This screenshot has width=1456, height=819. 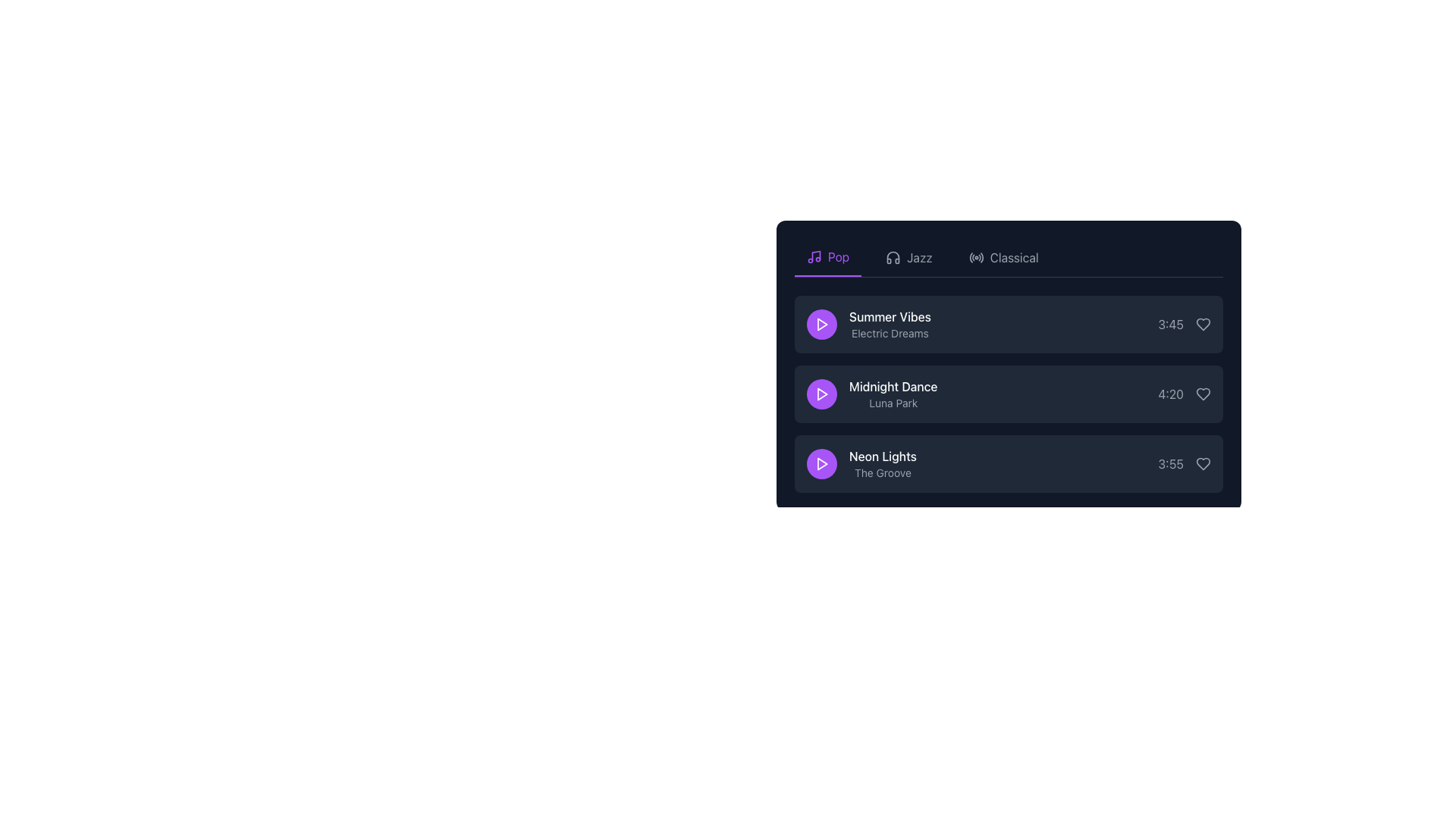 I want to click on the active tab label 'Pop' in the navigation bar, which is visually distinct with a purple underline, indicating its active state, so click(x=838, y=256).